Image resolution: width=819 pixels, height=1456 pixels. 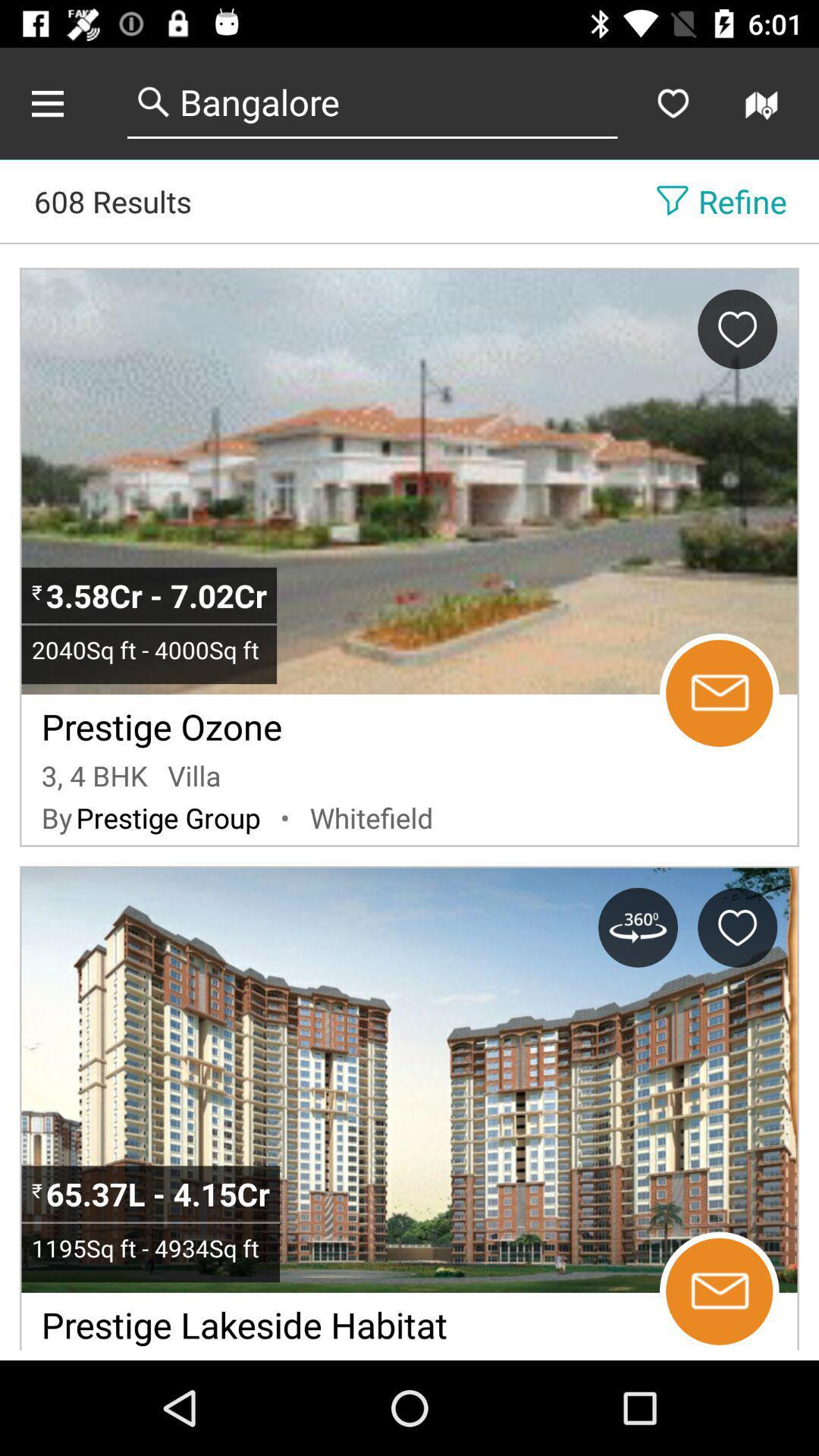 I want to click on wishlist, so click(x=672, y=102).